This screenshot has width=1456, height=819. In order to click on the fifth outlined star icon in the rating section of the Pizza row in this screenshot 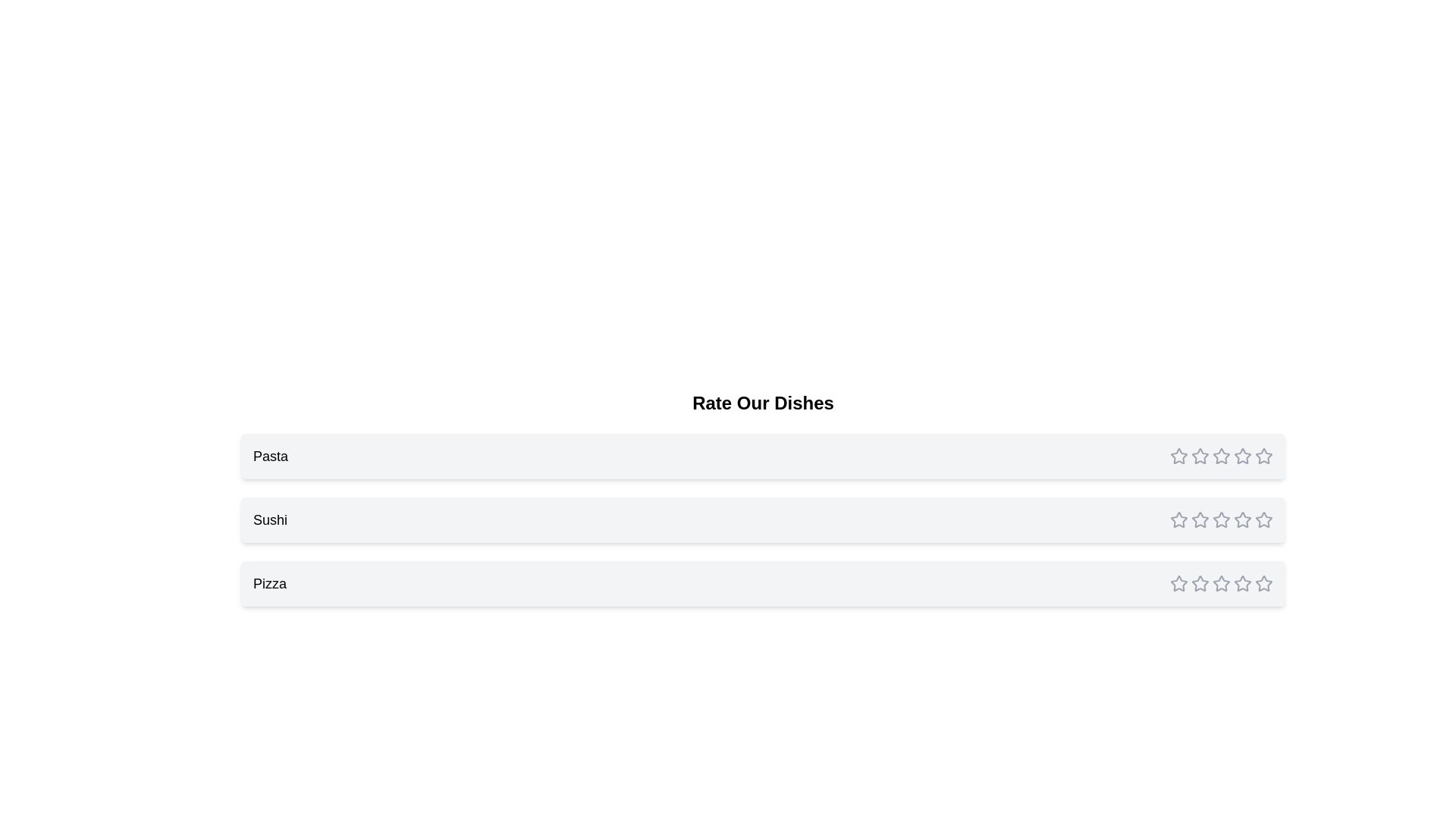, I will do `click(1199, 582)`.